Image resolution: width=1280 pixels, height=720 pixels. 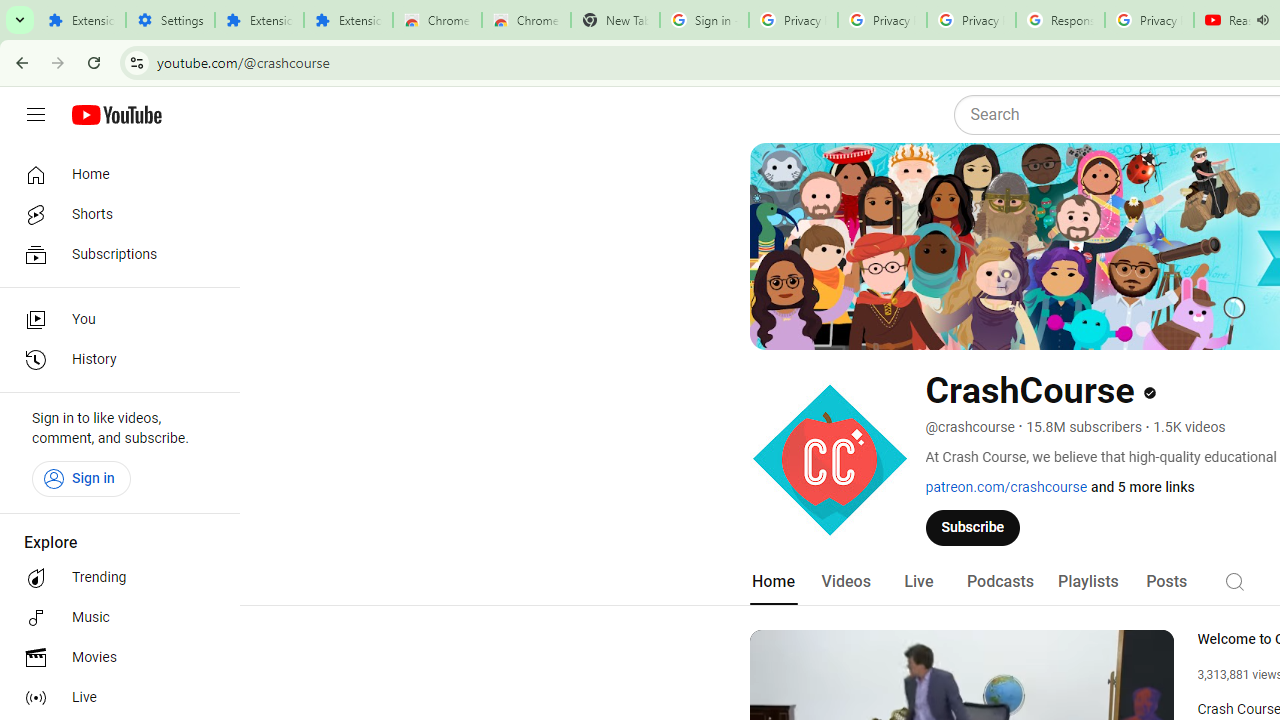 I want to click on 'Chrome Web Store', so click(x=436, y=20).